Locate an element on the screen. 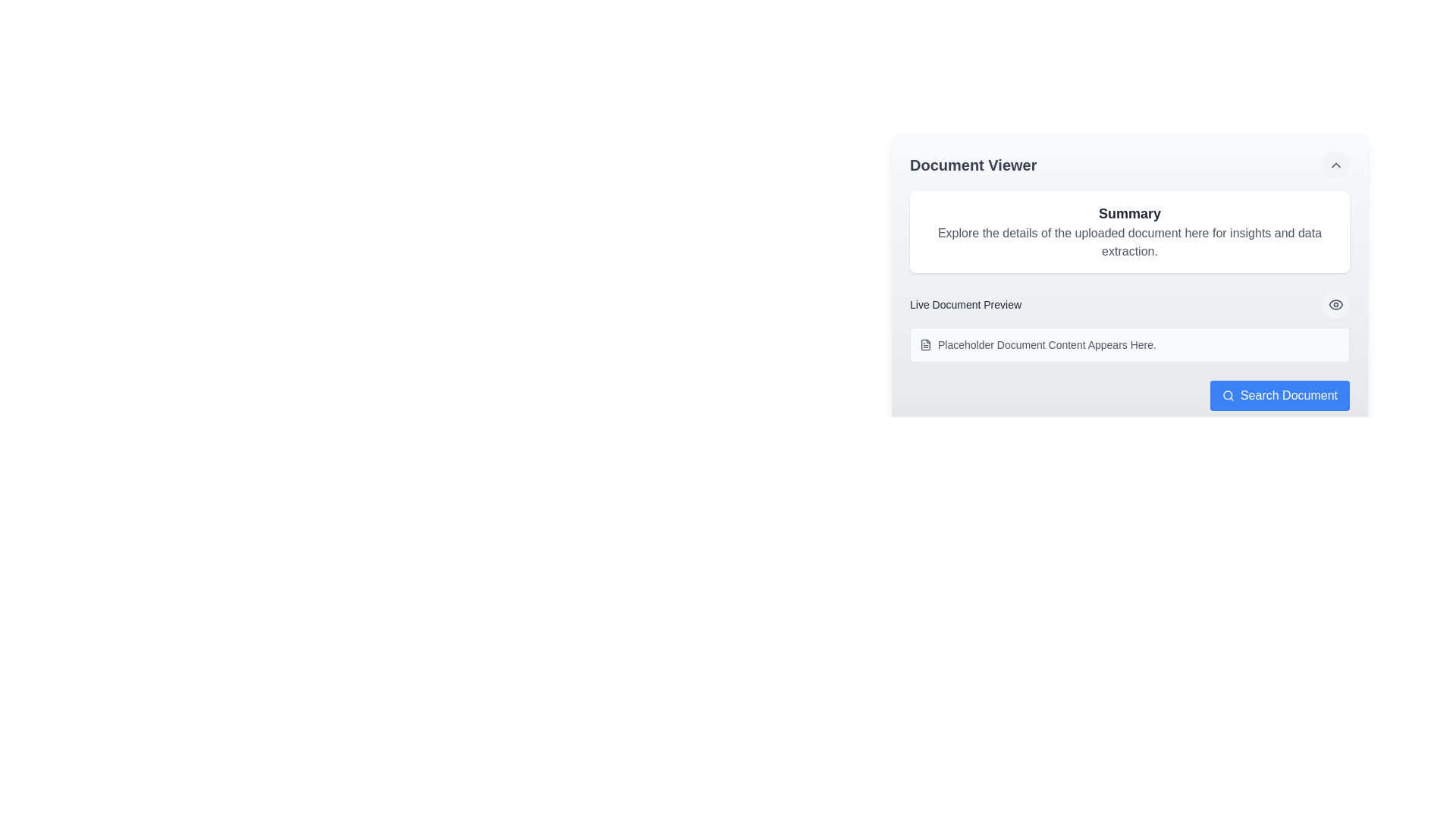 The height and width of the screenshot is (819, 1456). the chevron up SVG icon located within the circular button at the top-right corner of the 'Document Viewer' dialog is located at coordinates (1335, 165).